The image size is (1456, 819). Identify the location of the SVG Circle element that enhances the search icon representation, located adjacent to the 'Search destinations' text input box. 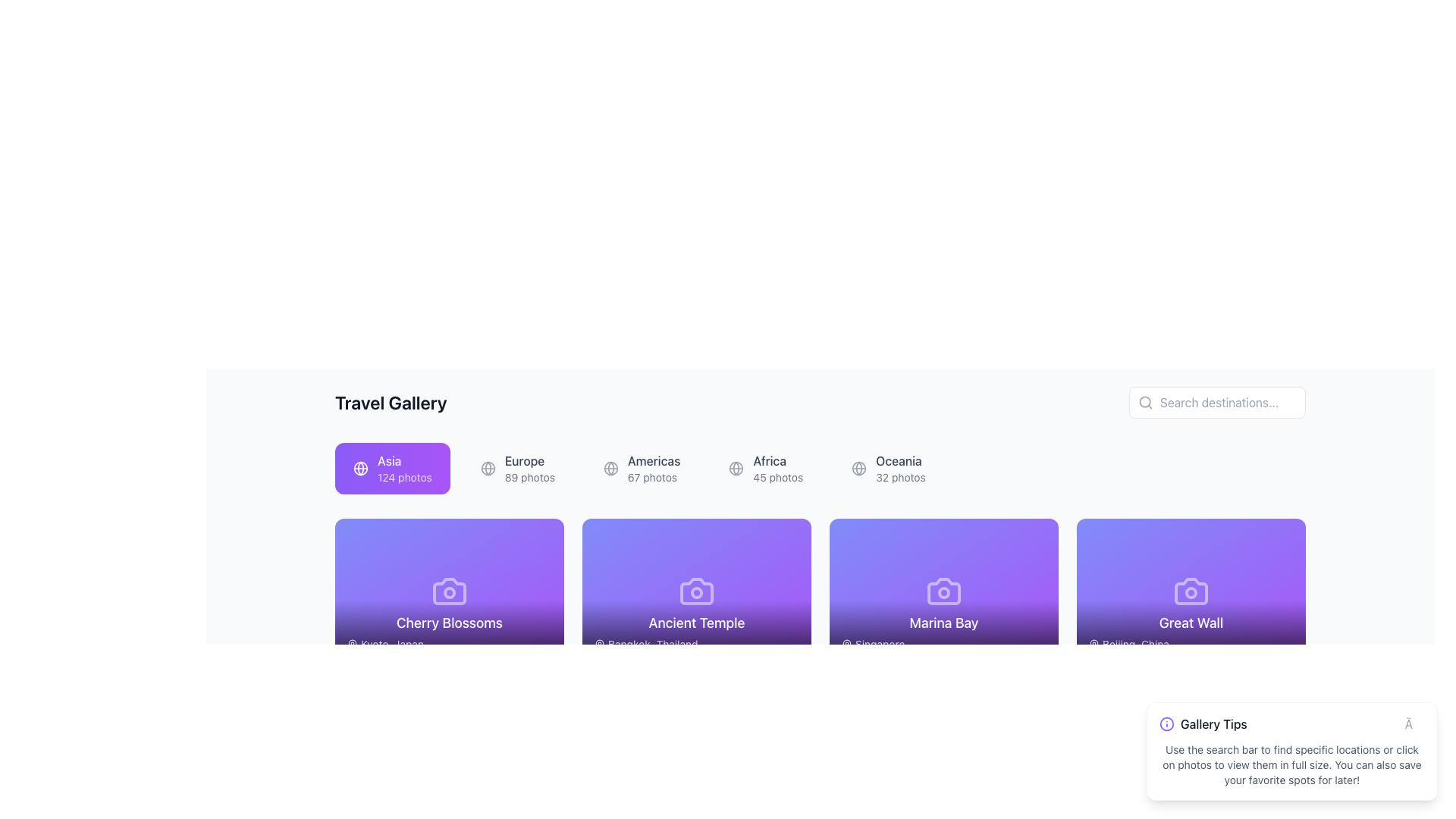
(1145, 401).